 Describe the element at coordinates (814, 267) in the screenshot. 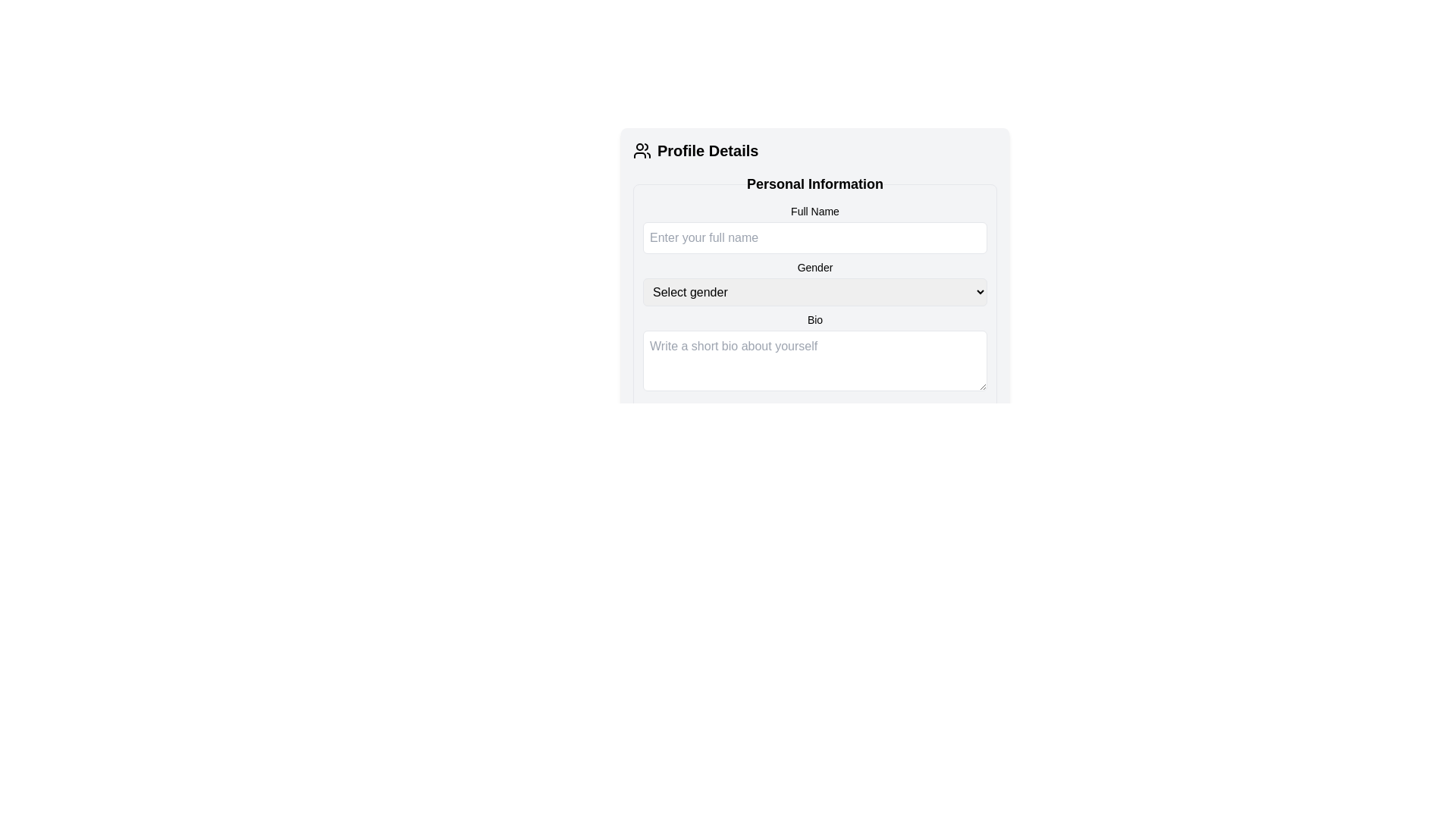

I see `the Text label that indicates the dropdown field for selecting the user's gender, positioned above the 'Select gender' dropdown in the 'Personal Information' section of the 'Profile Details' form` at that location.